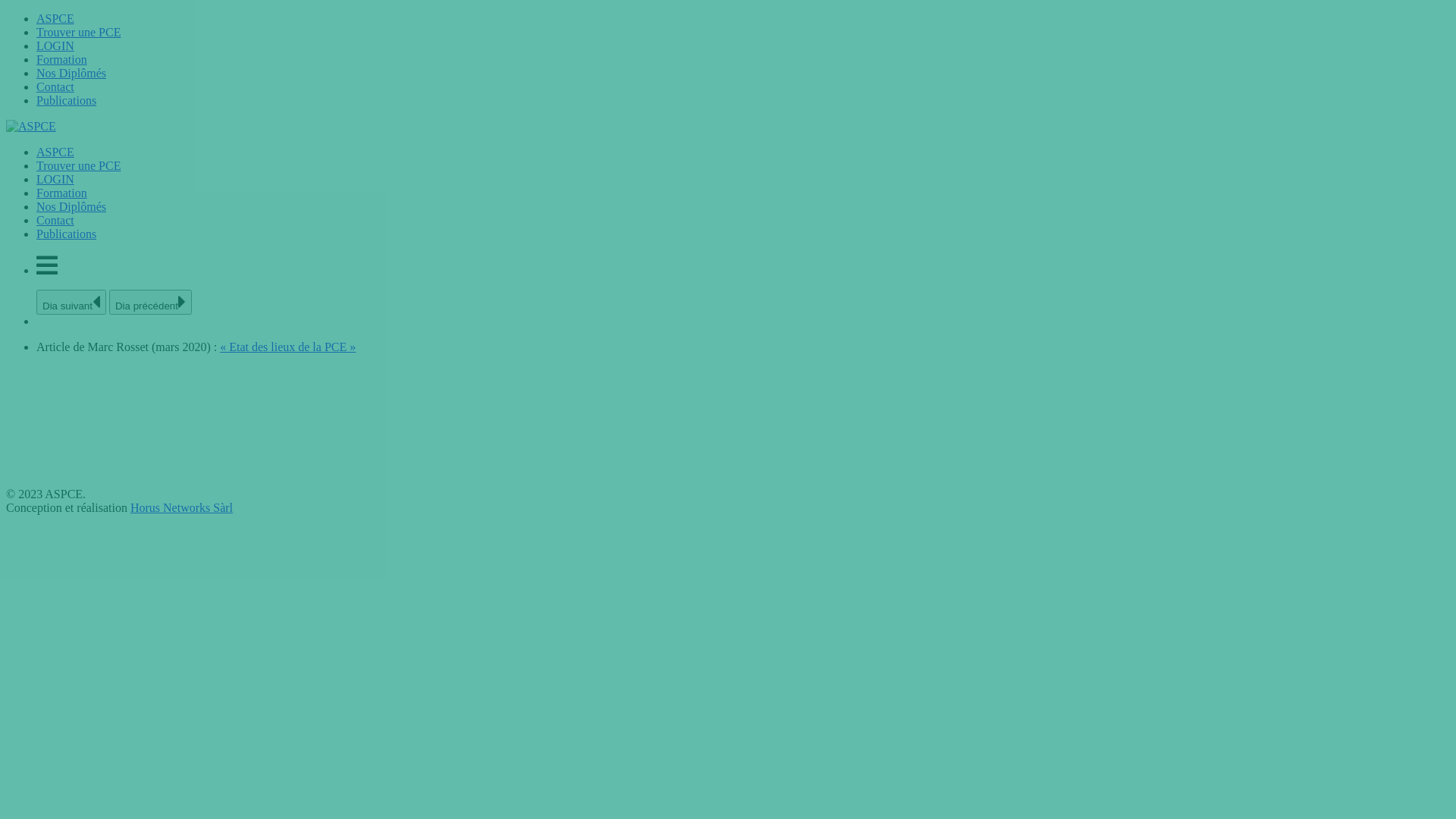 This screenshot has width=1456, height=819. Describe the element at coordinates (65, 234) in the screenshot. I see `'Publications'` at that location.